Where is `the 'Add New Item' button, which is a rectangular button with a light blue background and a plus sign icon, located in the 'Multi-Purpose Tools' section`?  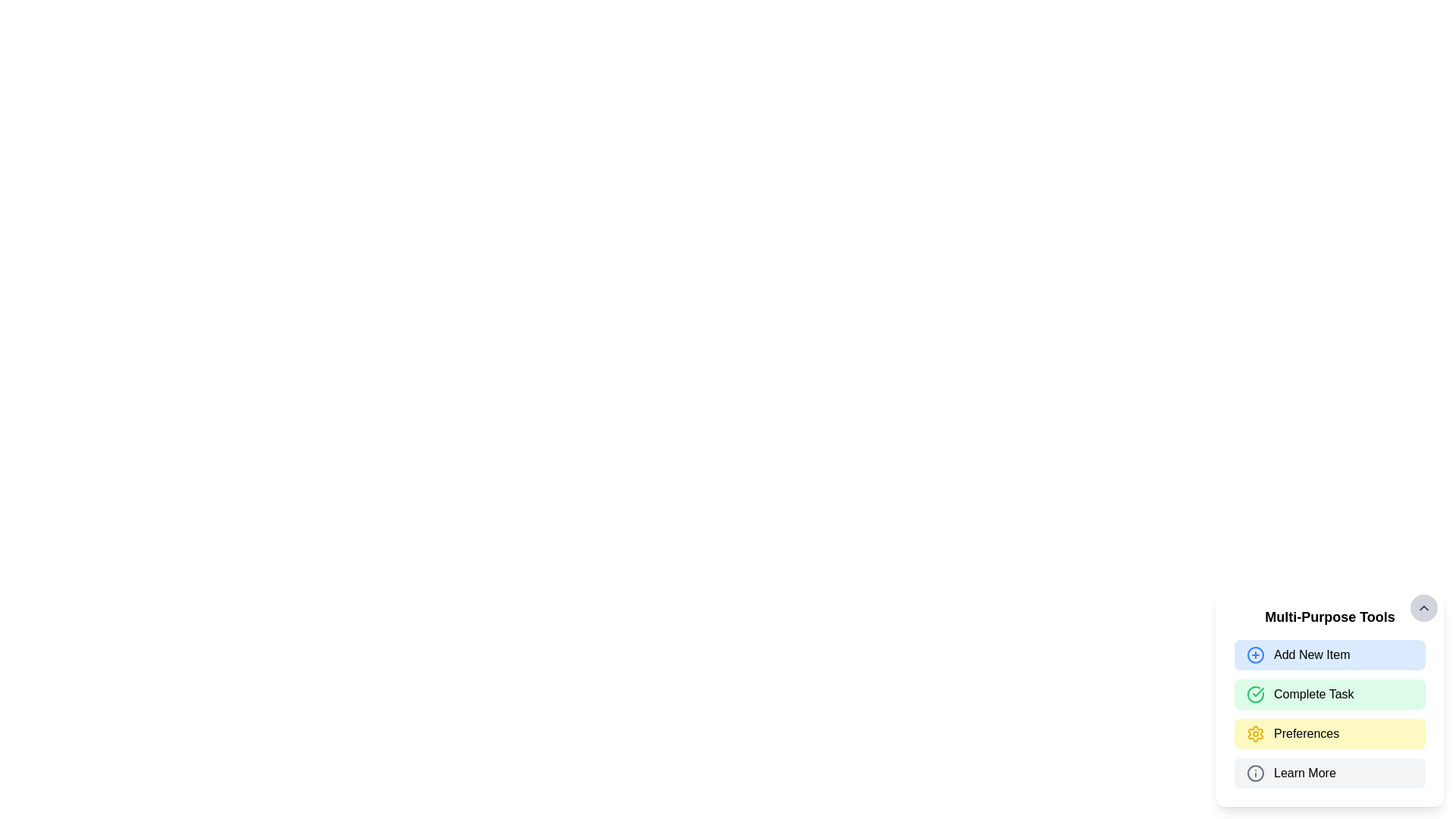
the 'Add New Item' button, which is a rectangular button with a light blue background and a plus sign icon, located in the 'Multi-Purpose Tools' section is located at coordinates (1329, 654).